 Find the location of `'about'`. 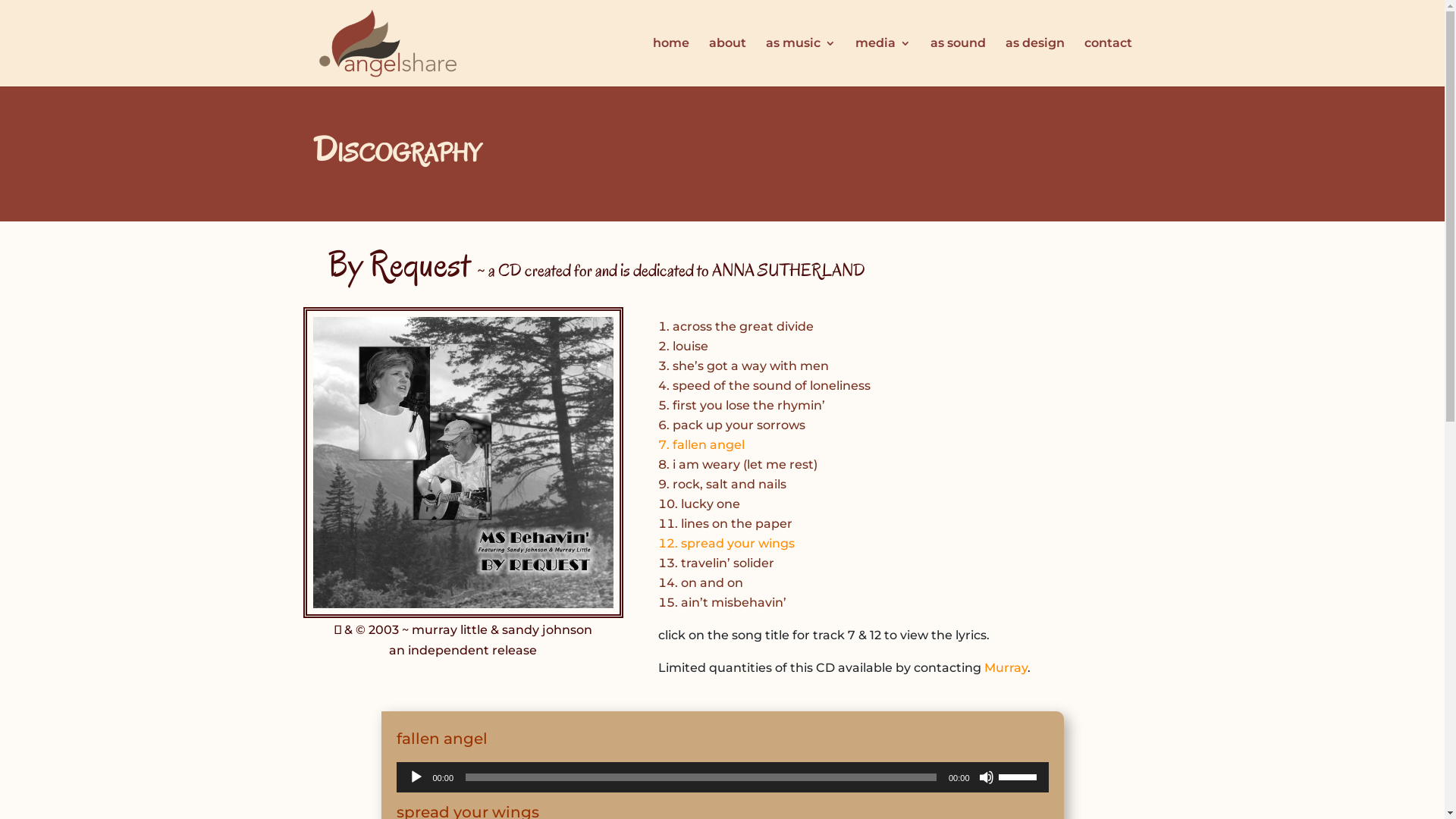

'about' is located at coordinates (726, 61).